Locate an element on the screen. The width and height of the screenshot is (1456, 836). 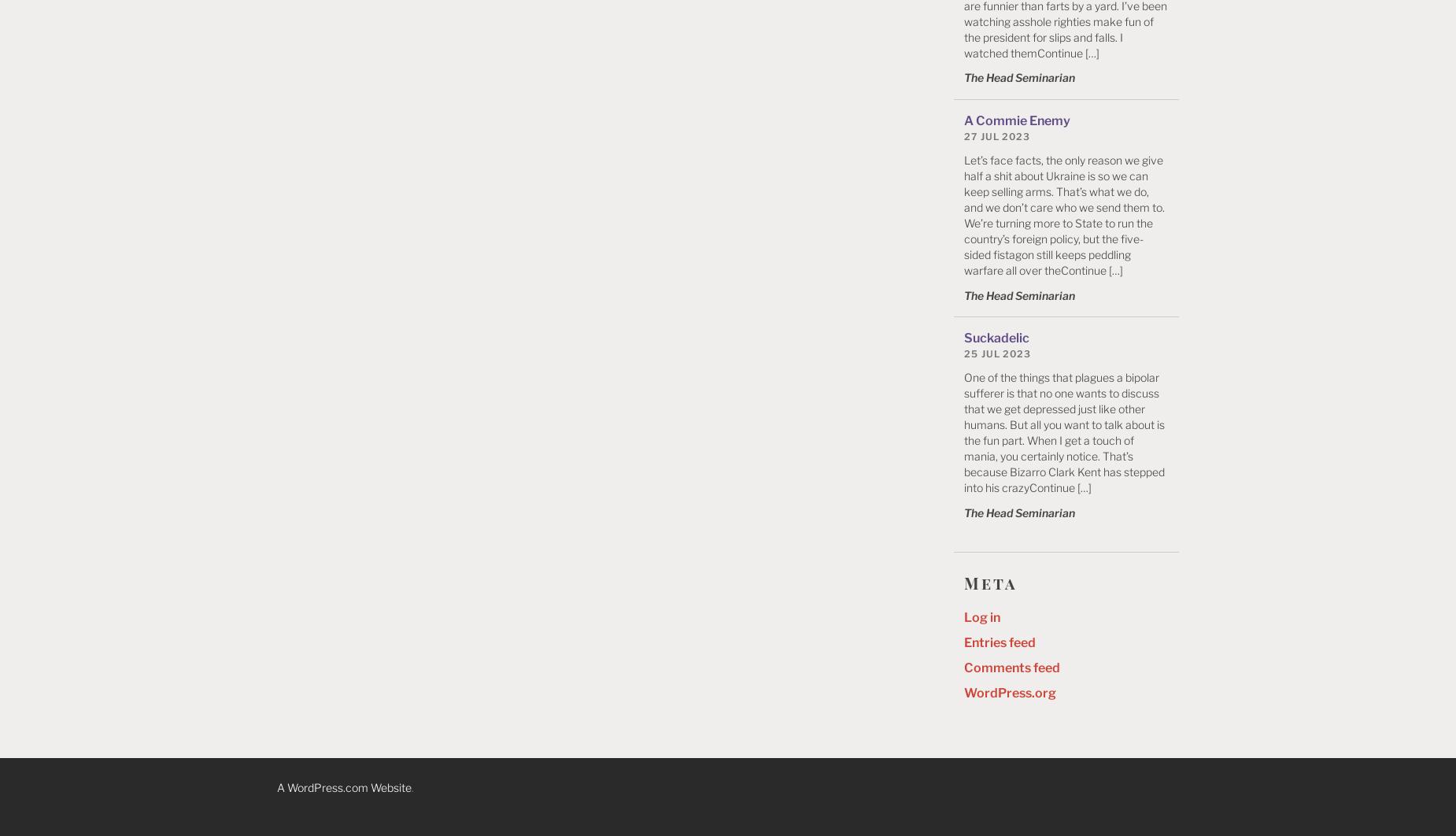
'.' is located at coordinates (411, 786).